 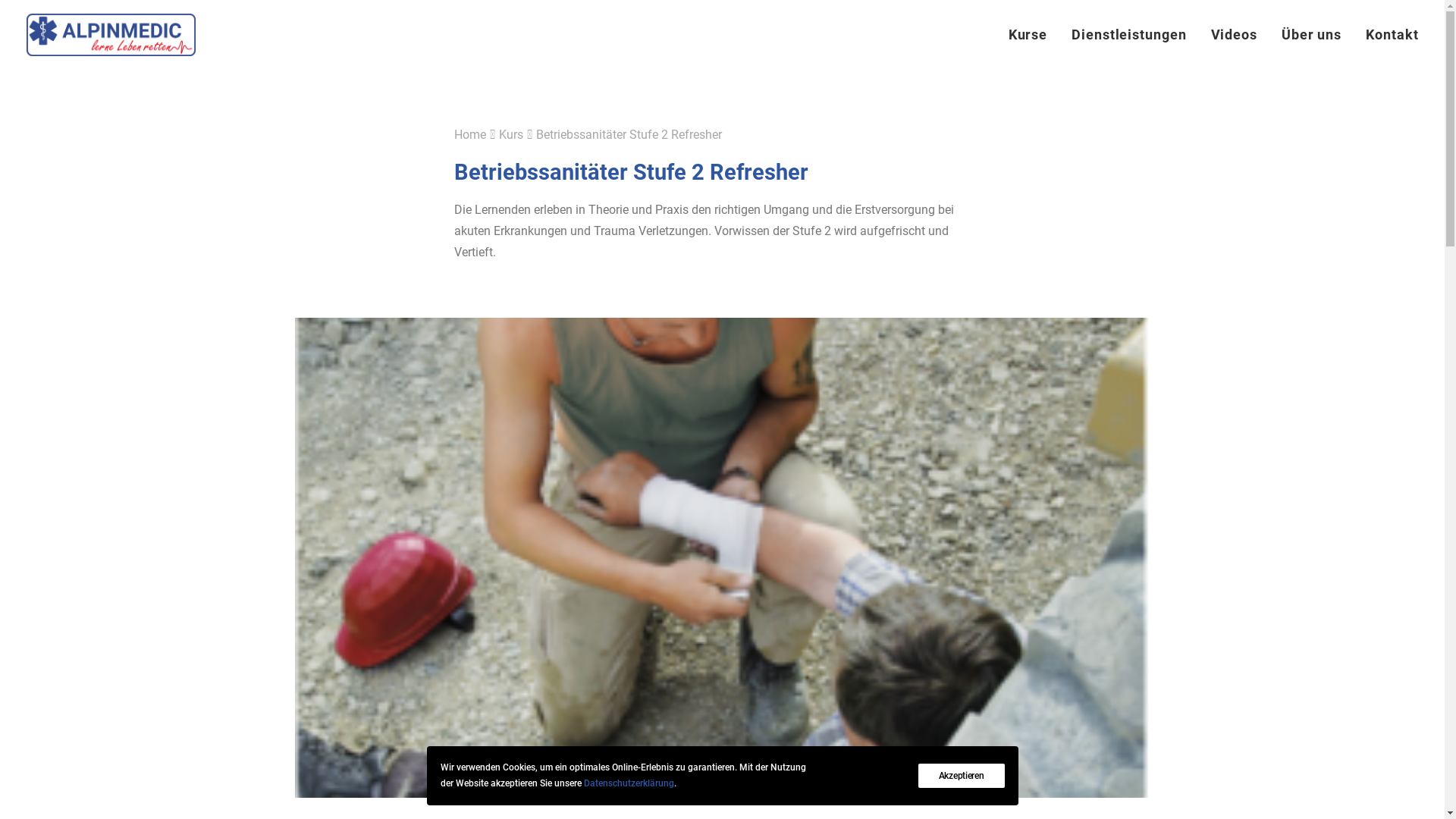 What do you see at coordinates (1234, 34) in the screenshot?
I see `'Videos'` at bounding box center [1234, 34].